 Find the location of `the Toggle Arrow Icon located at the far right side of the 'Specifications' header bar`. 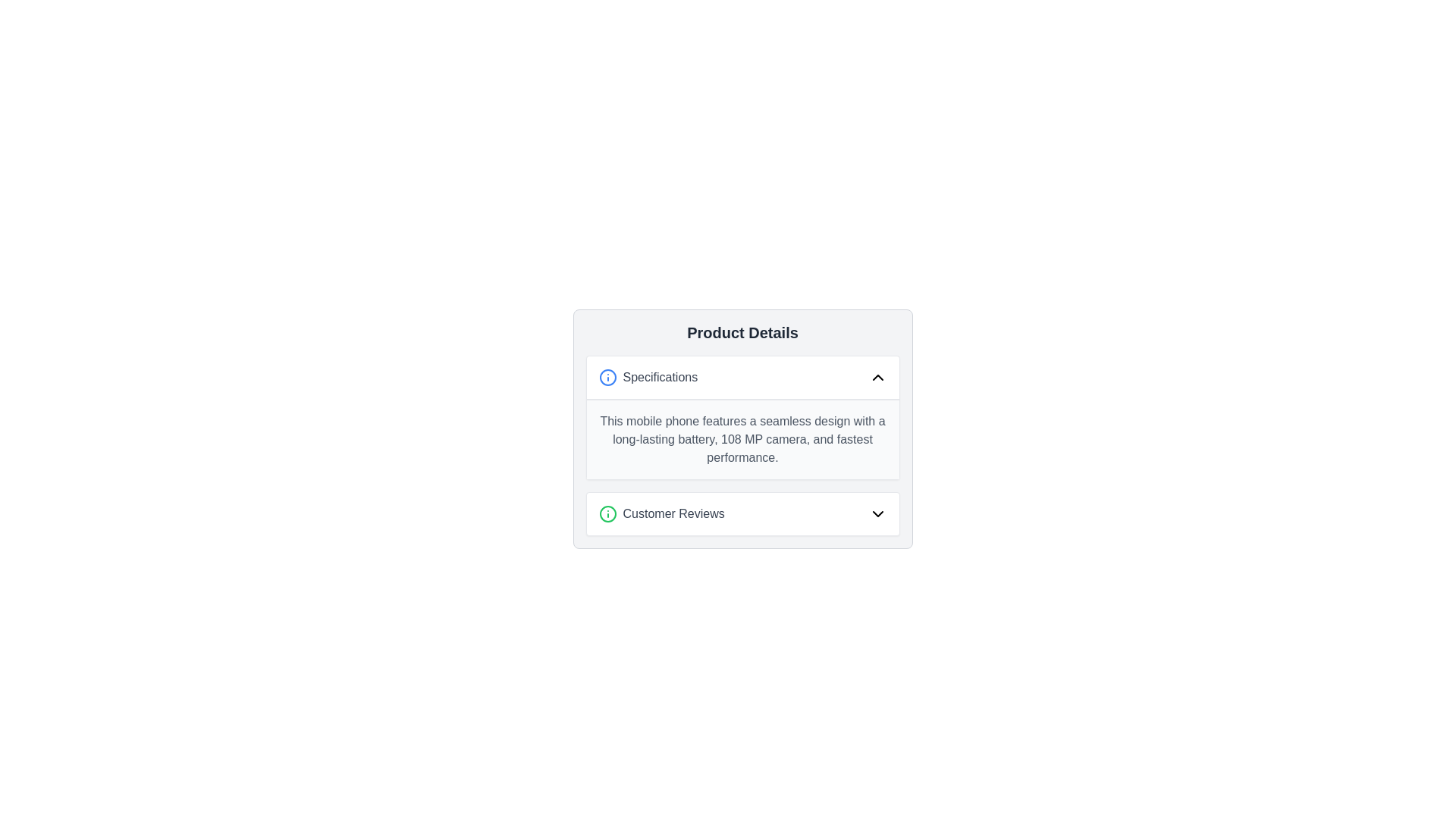

the Toggle Arrow Icon located at the far right side of the 'Specifications' header bar is located at coordinates (877, 376).